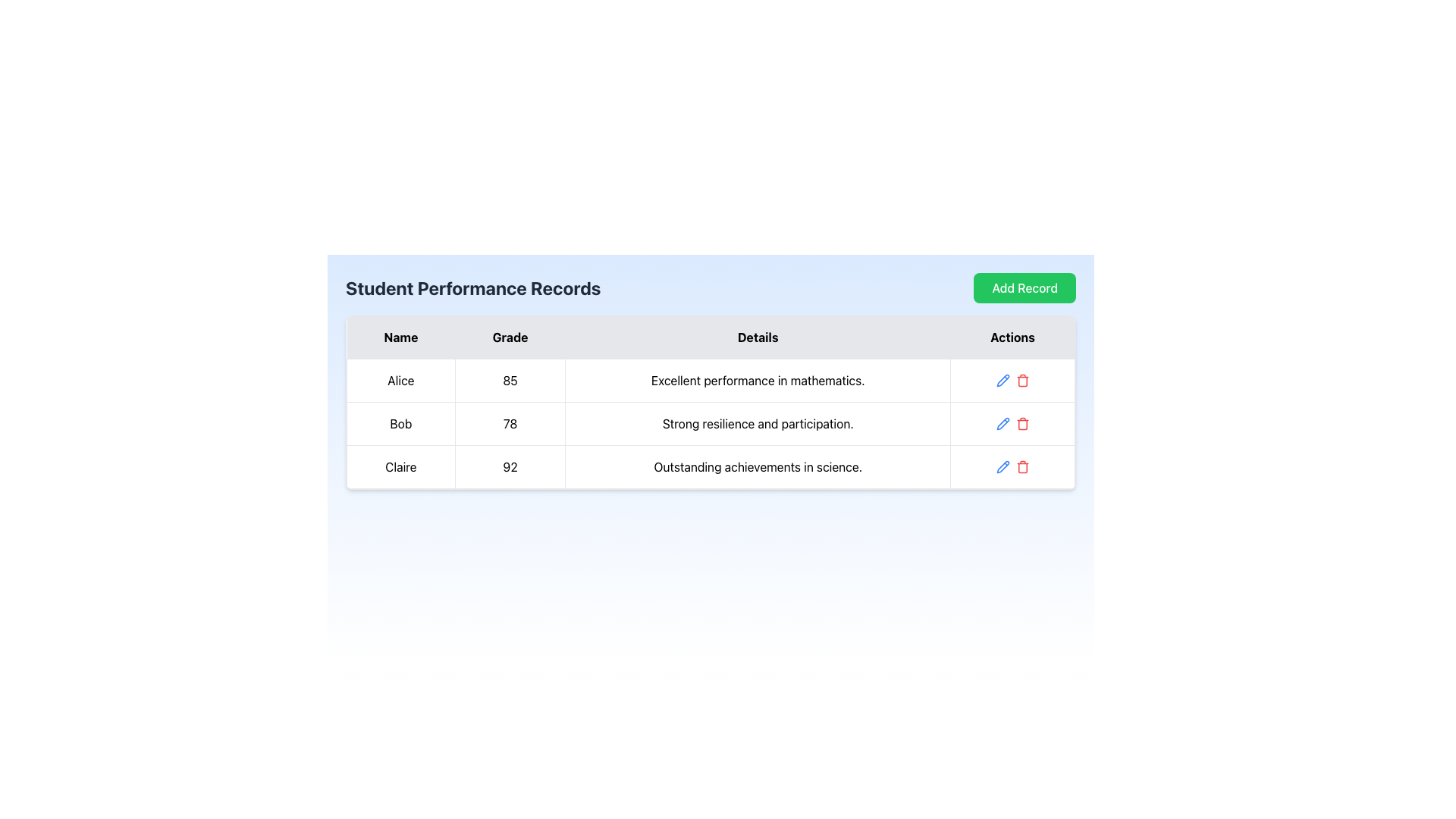 The width and height of the screenshot is (1456, 819). Describe the element at coordinates (400, 424) in the screenshot. I see `text displayed in the bold black sans-serif typeface that says 'Bob' located in the 'Name' column of the second row in the 'Student Performance Records' table` at that location.